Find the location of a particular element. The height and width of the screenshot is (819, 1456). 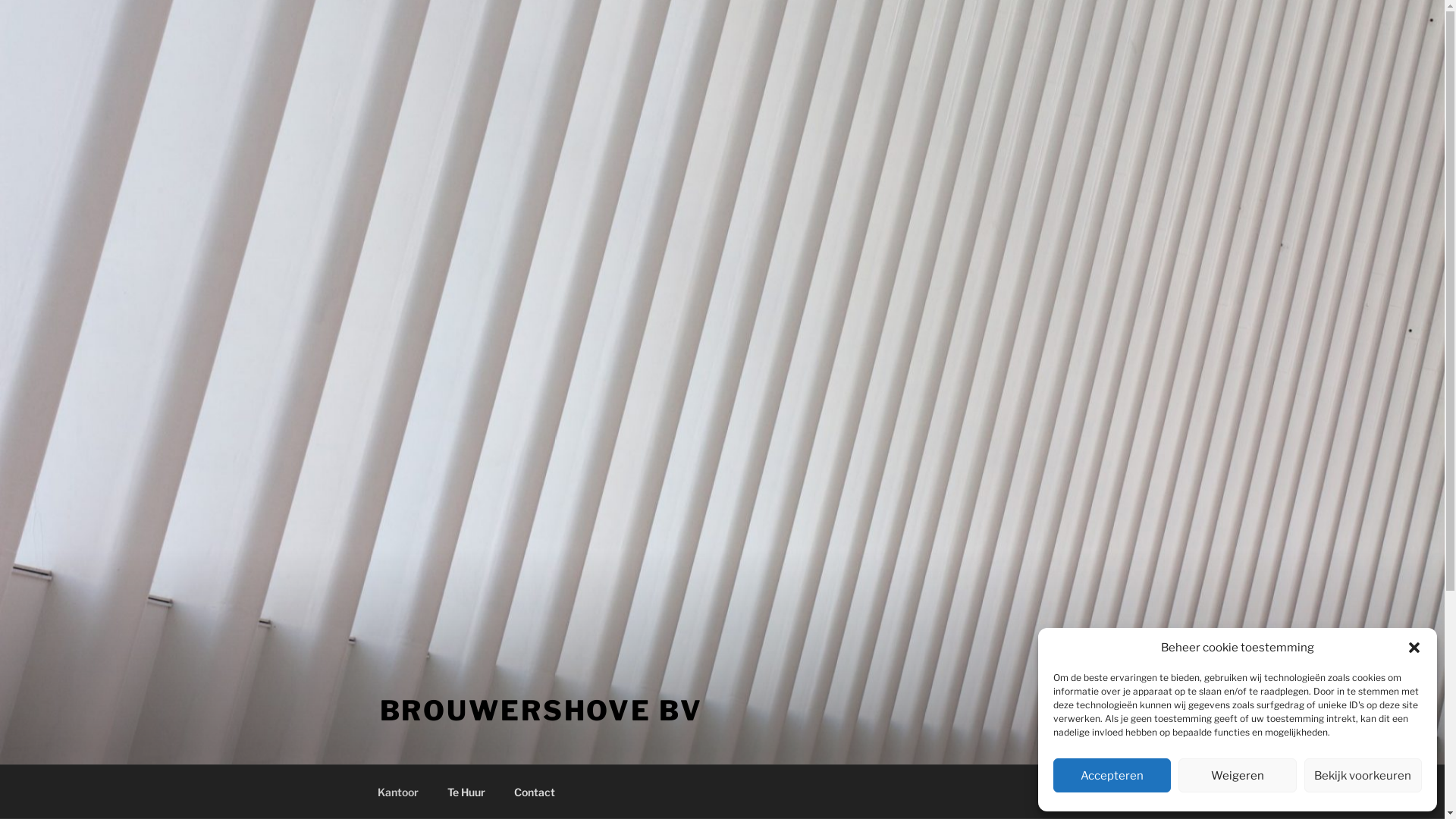

'Bekijk voorkeuren' is located at coordinates (1363, 775).